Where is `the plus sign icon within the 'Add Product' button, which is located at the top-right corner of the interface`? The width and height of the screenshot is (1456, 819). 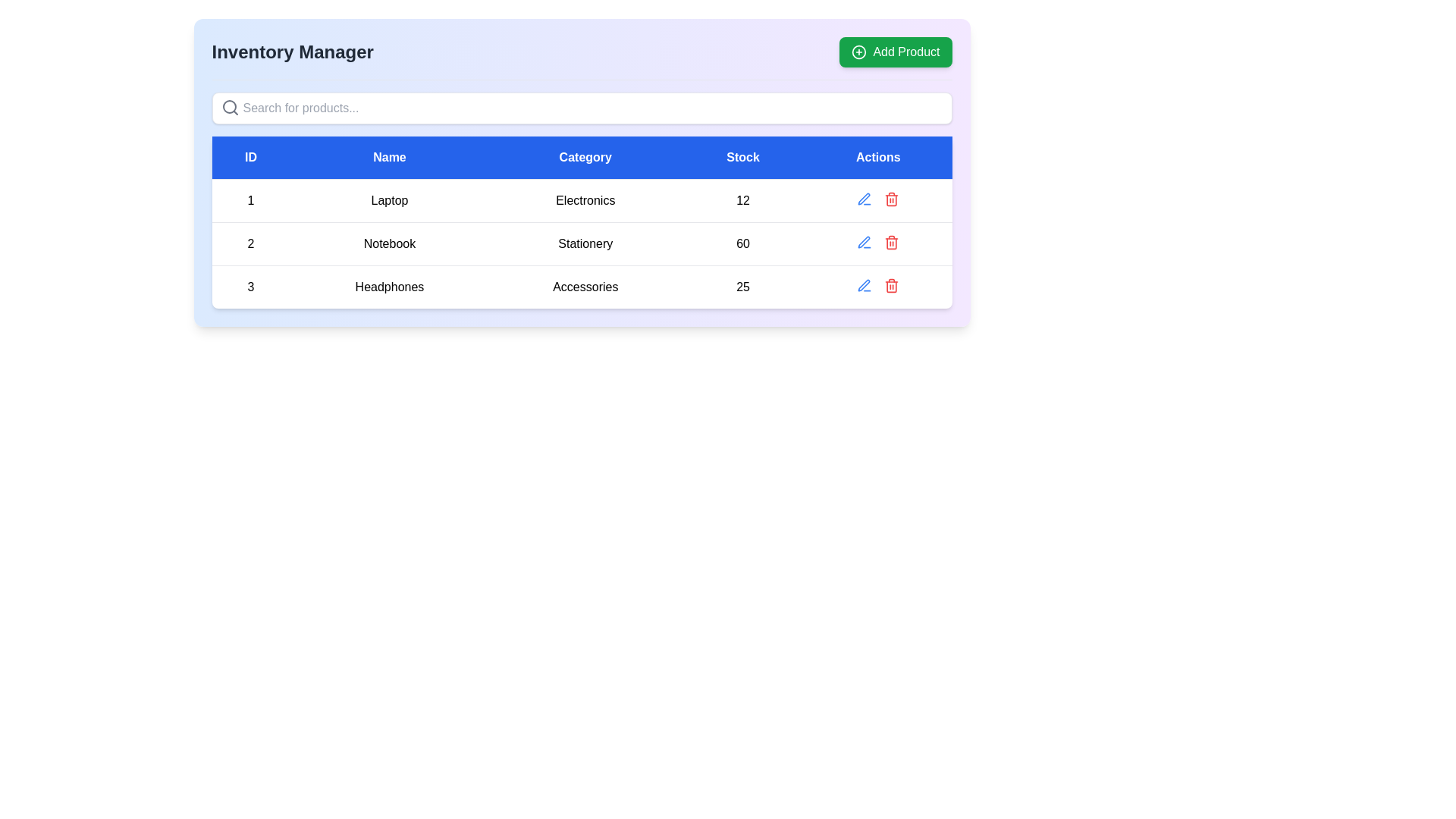 the plus sign icon within the 'Add Product' button, which is located at the top-right corner of the interface is located at coordinates (859, 52).